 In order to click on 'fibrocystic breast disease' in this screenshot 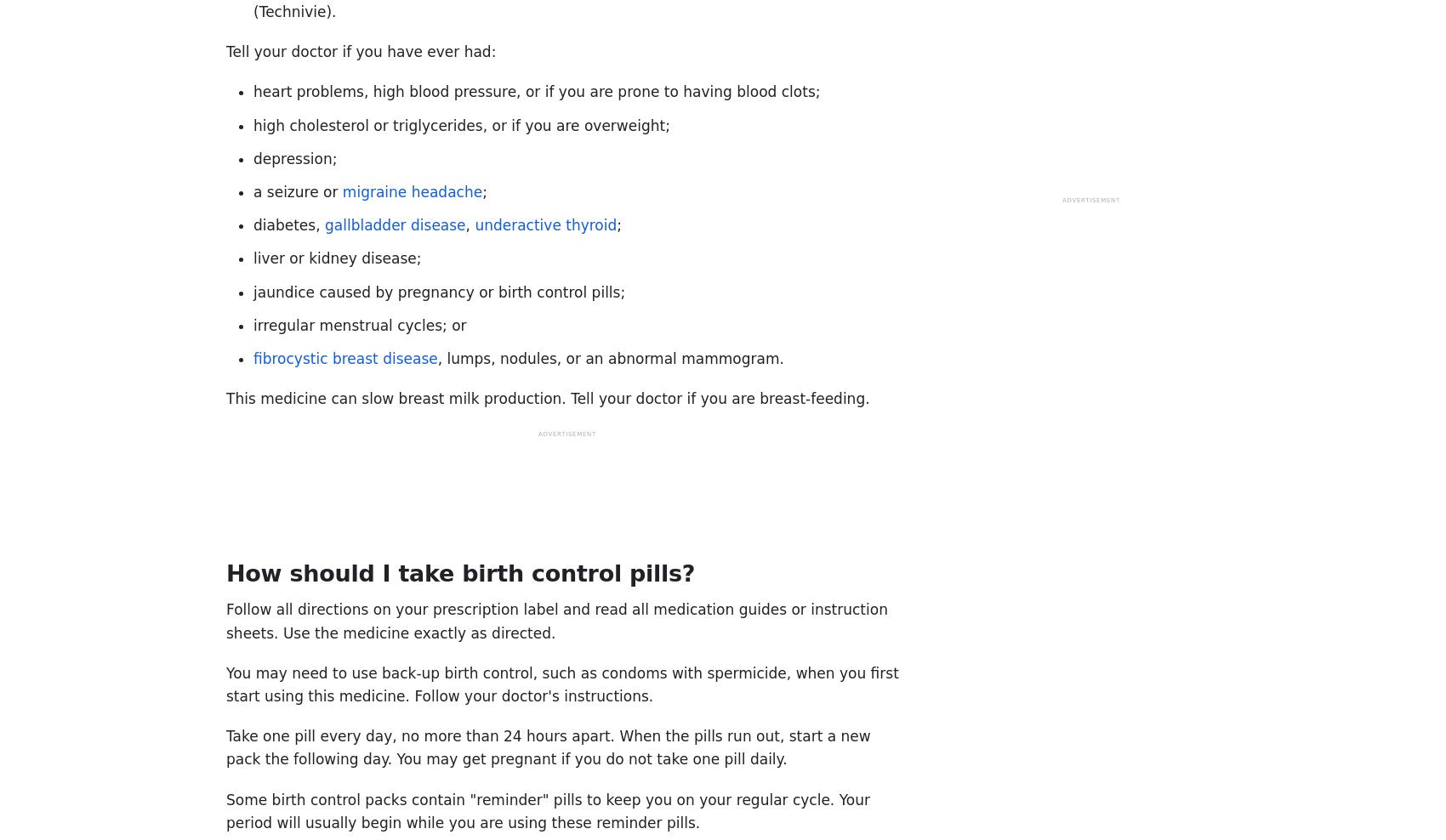, I will do `click(253, 356)`.